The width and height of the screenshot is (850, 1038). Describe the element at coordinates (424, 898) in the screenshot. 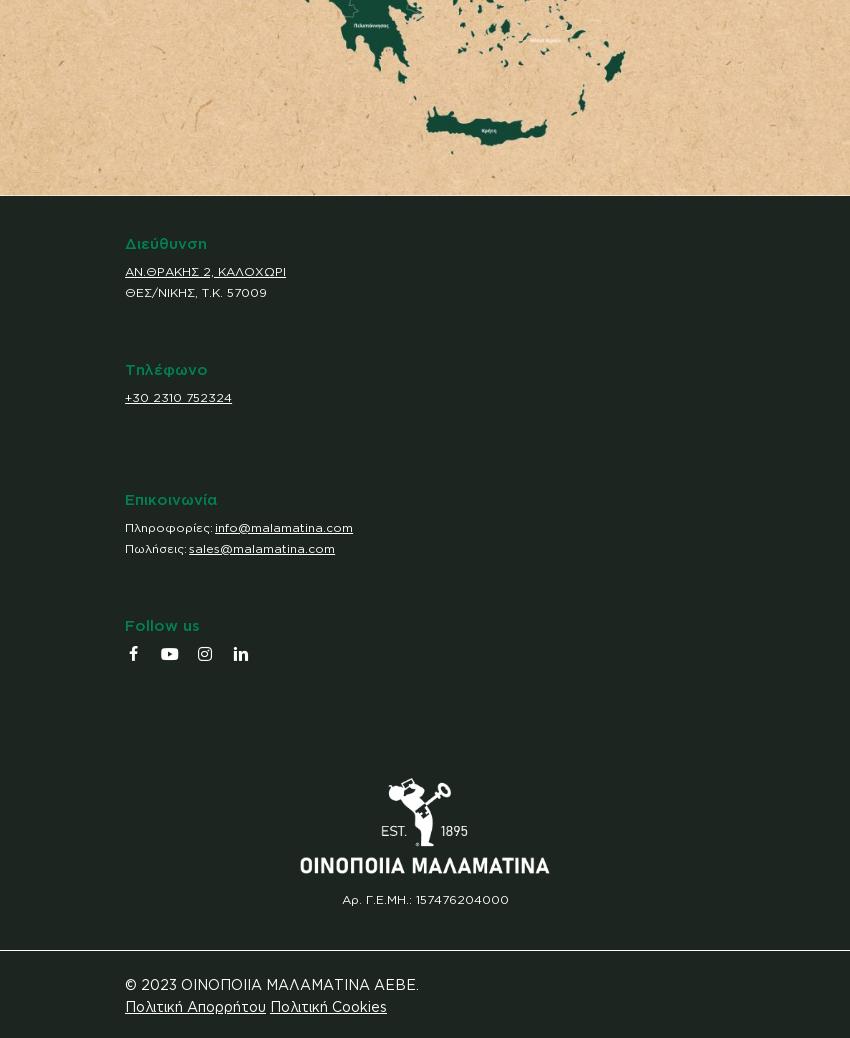

I see `'Αρ. Γ.Ε.ΜΗ.: 157476204000'` at that location.